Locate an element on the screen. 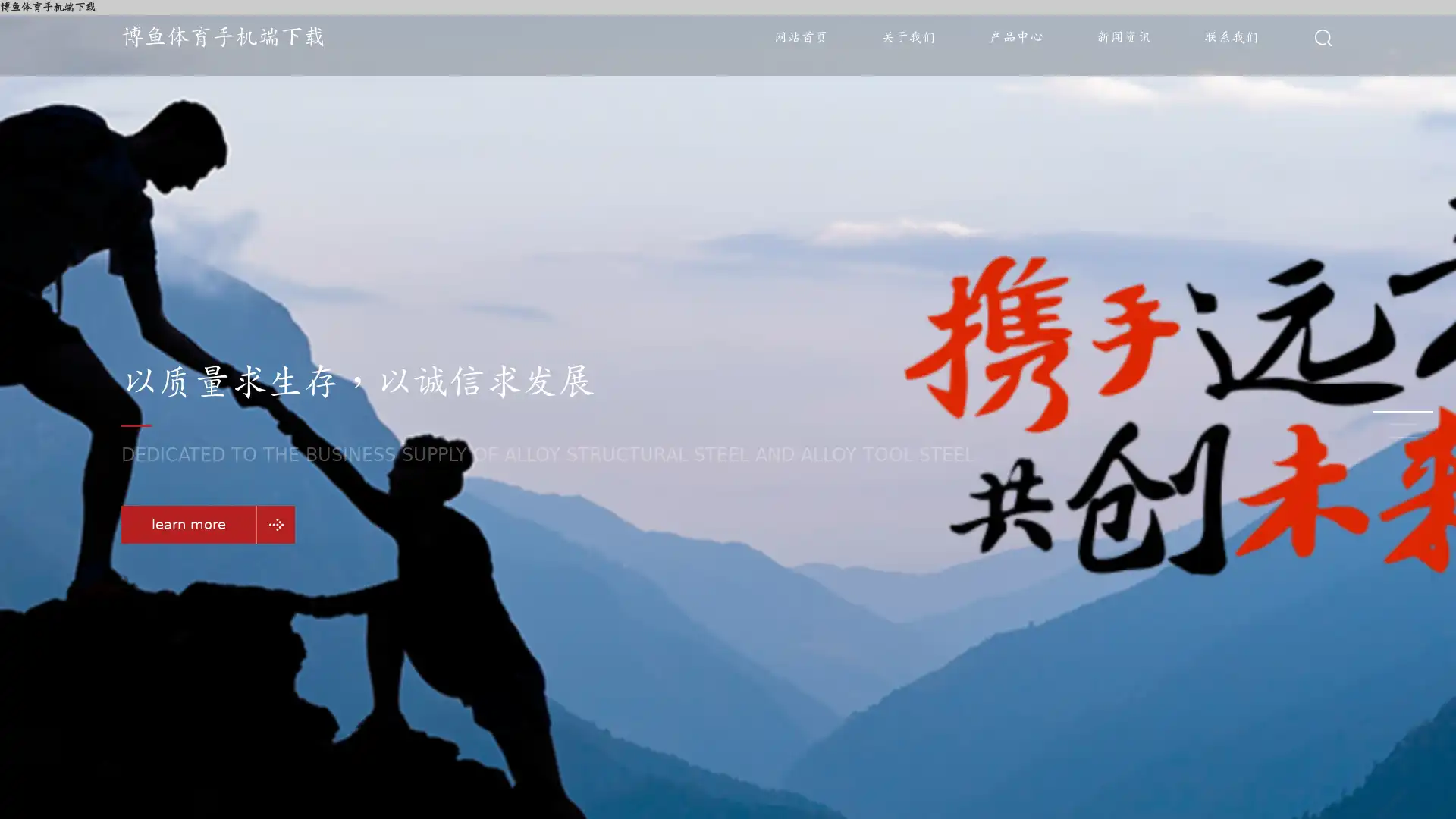  Go to slide 3 is located at coordinates (1401, 438).